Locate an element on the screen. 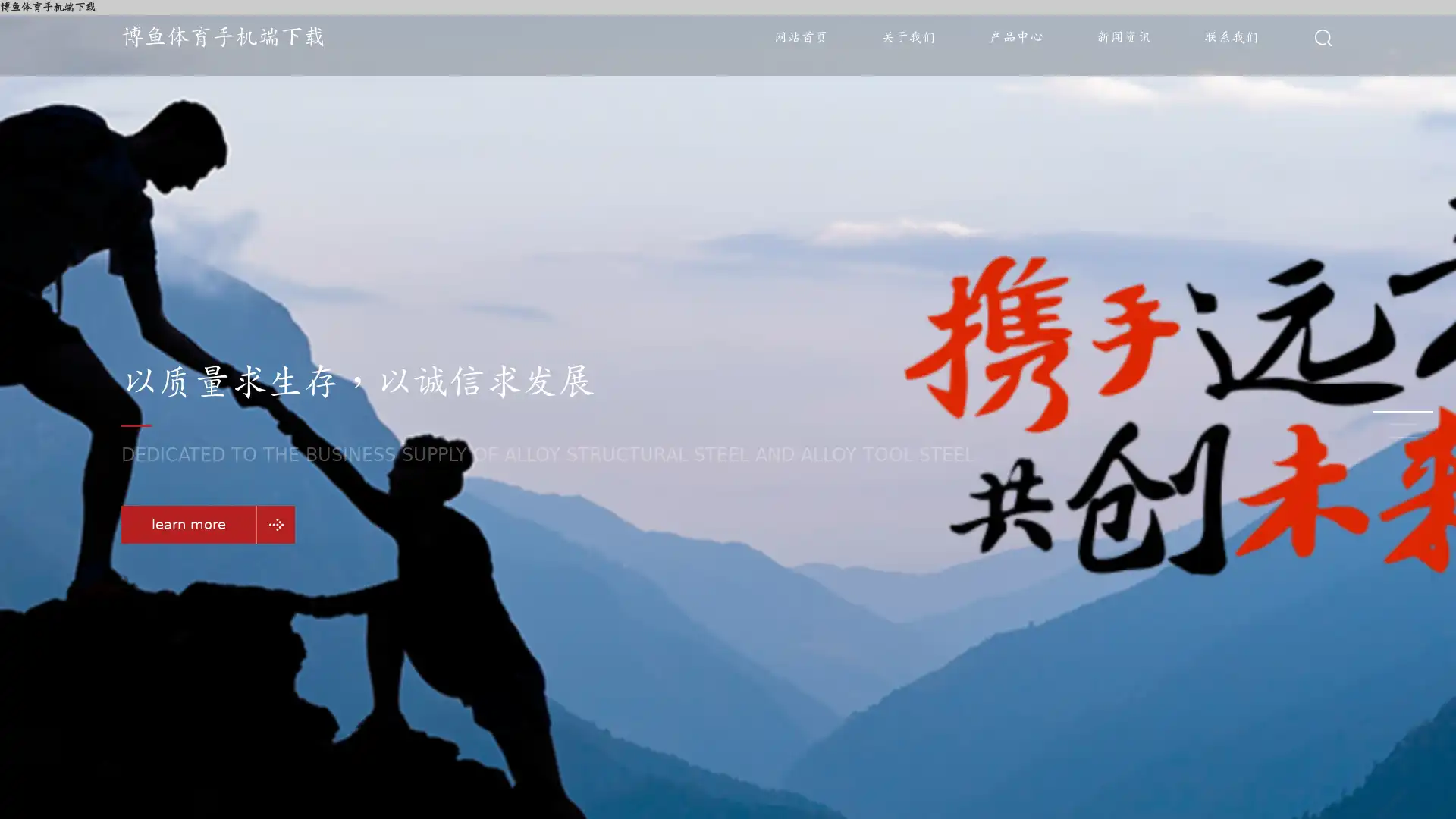  Go to slide 3 is located at coordinates (1401, 438).